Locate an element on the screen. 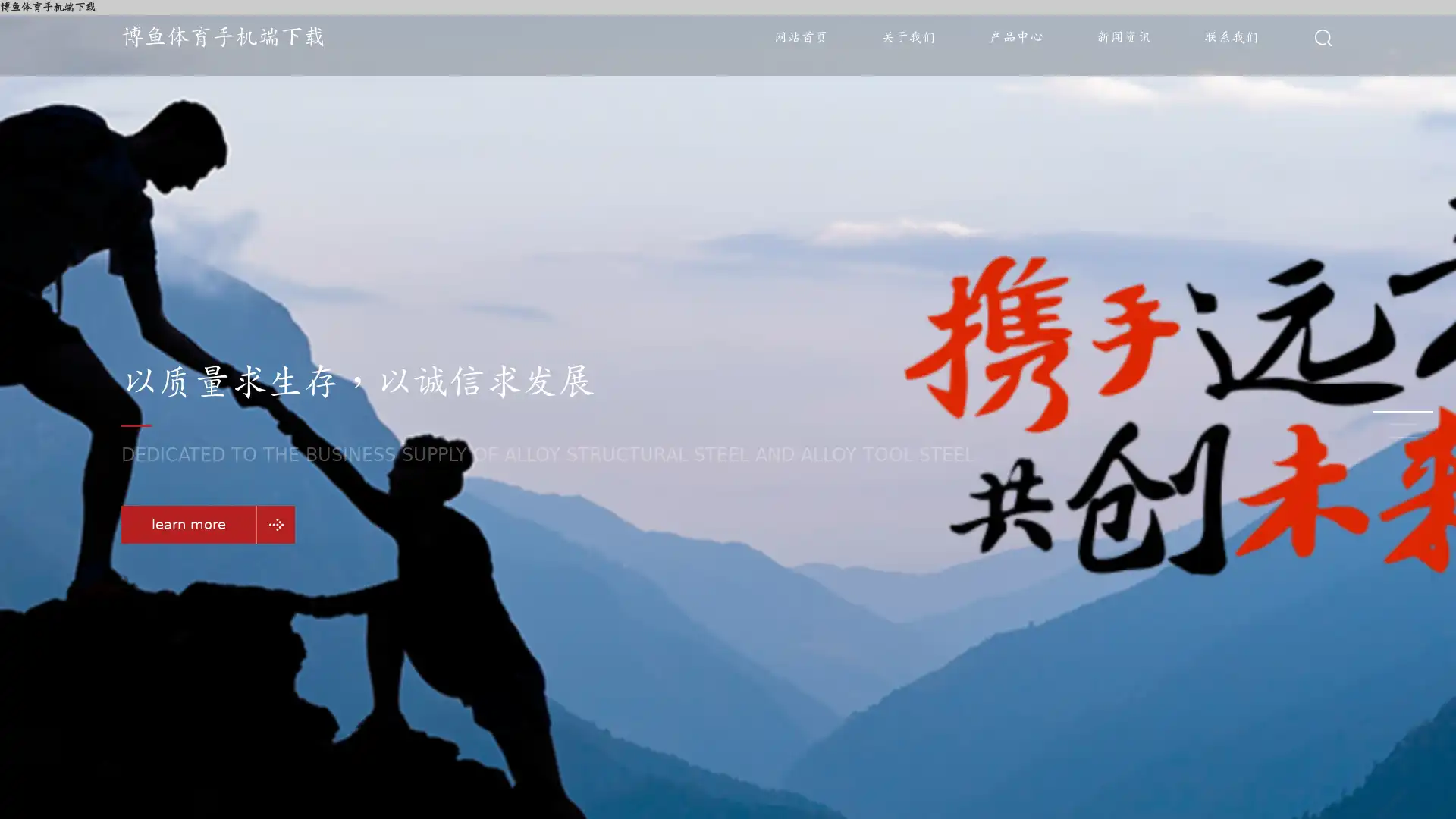  Go to slide 3 is located at coordinates (1401, 438).